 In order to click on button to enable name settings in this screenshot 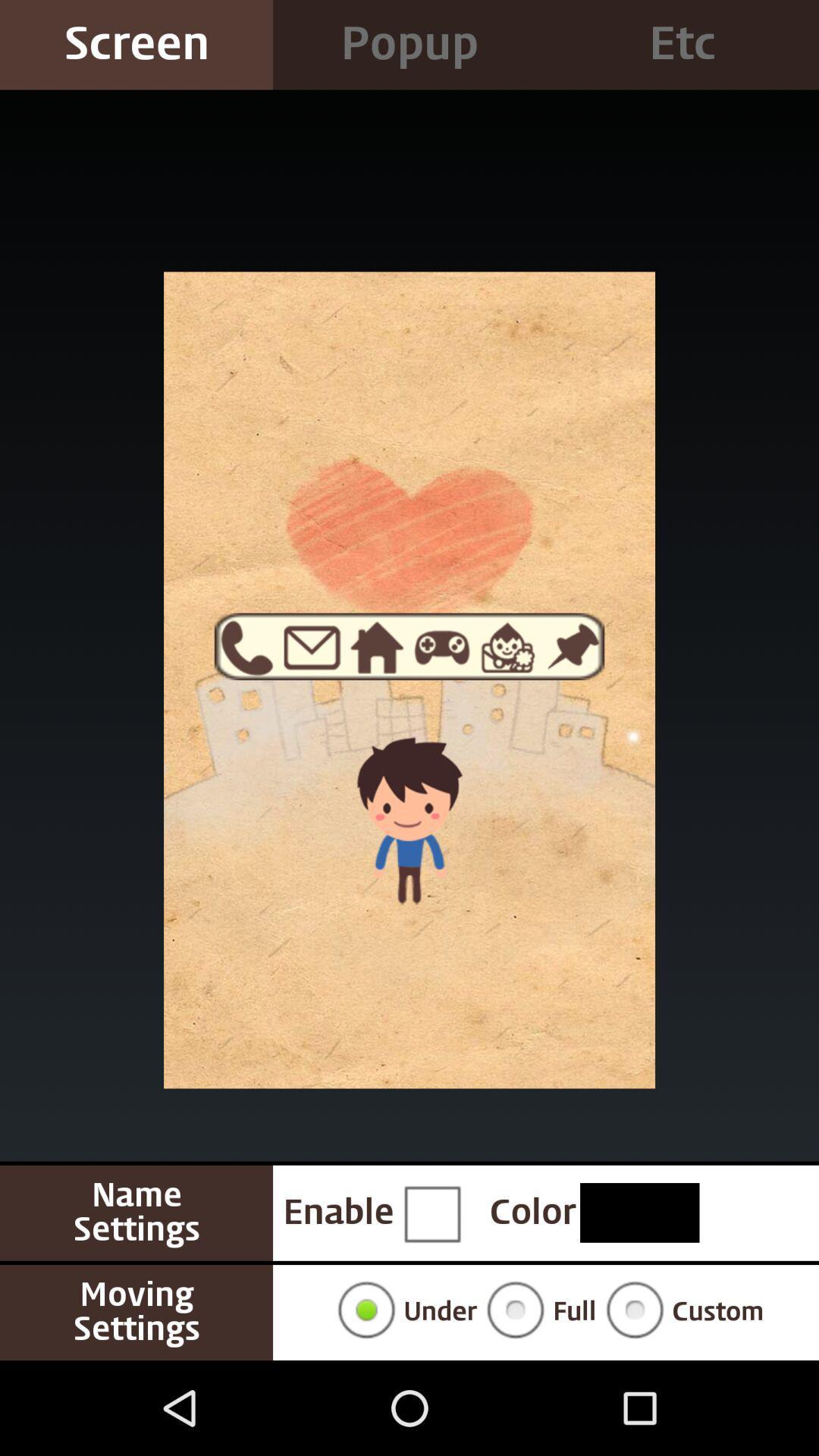, I will do `click(431, 1212)`.